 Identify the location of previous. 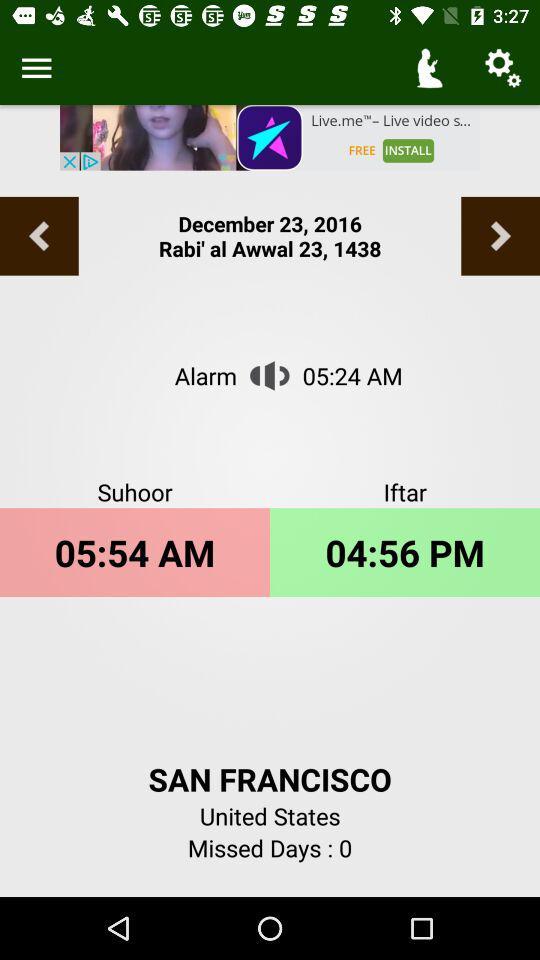
(499, 236).